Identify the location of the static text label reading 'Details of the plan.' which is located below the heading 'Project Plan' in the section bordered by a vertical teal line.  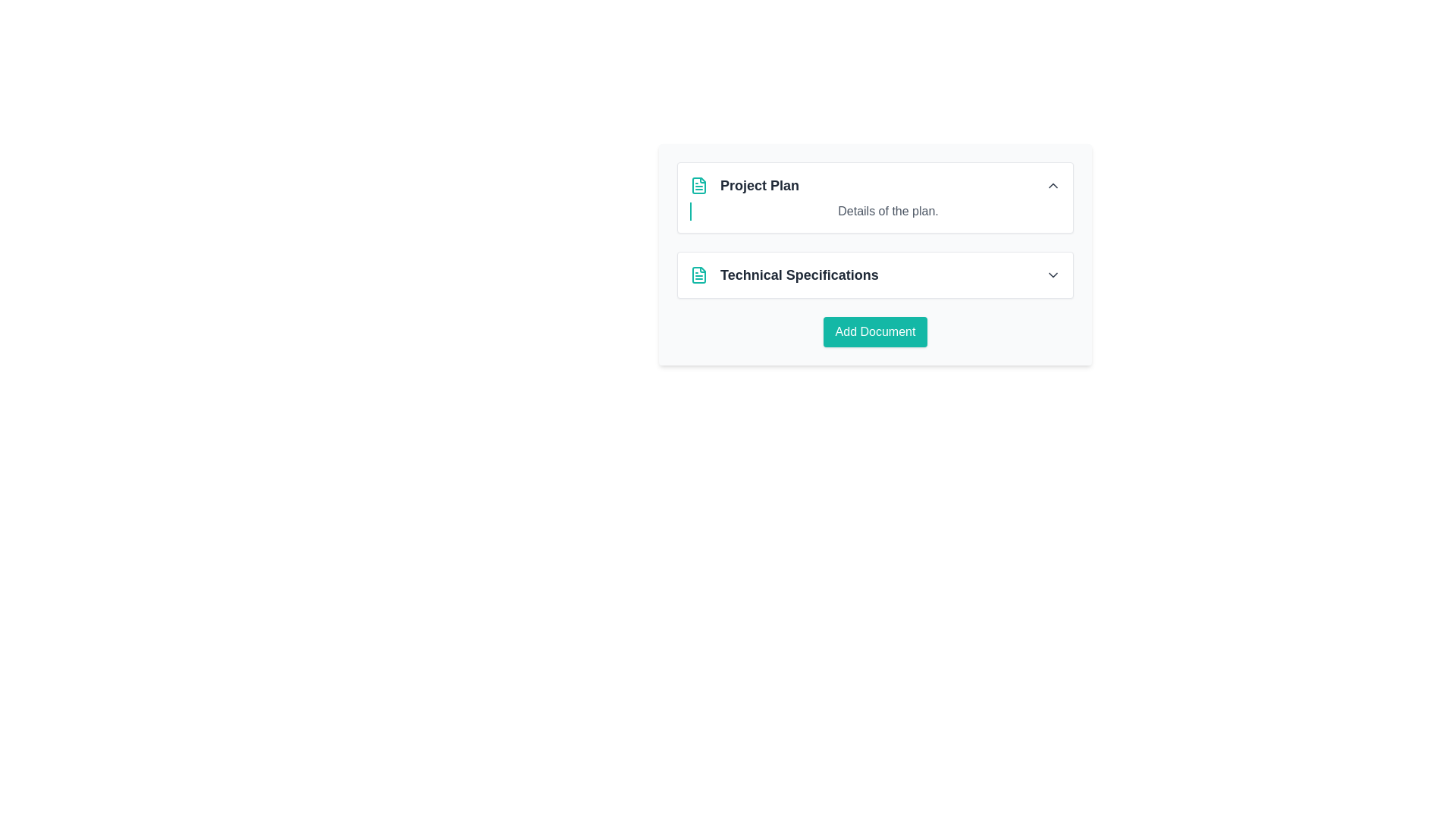
(888, 211).